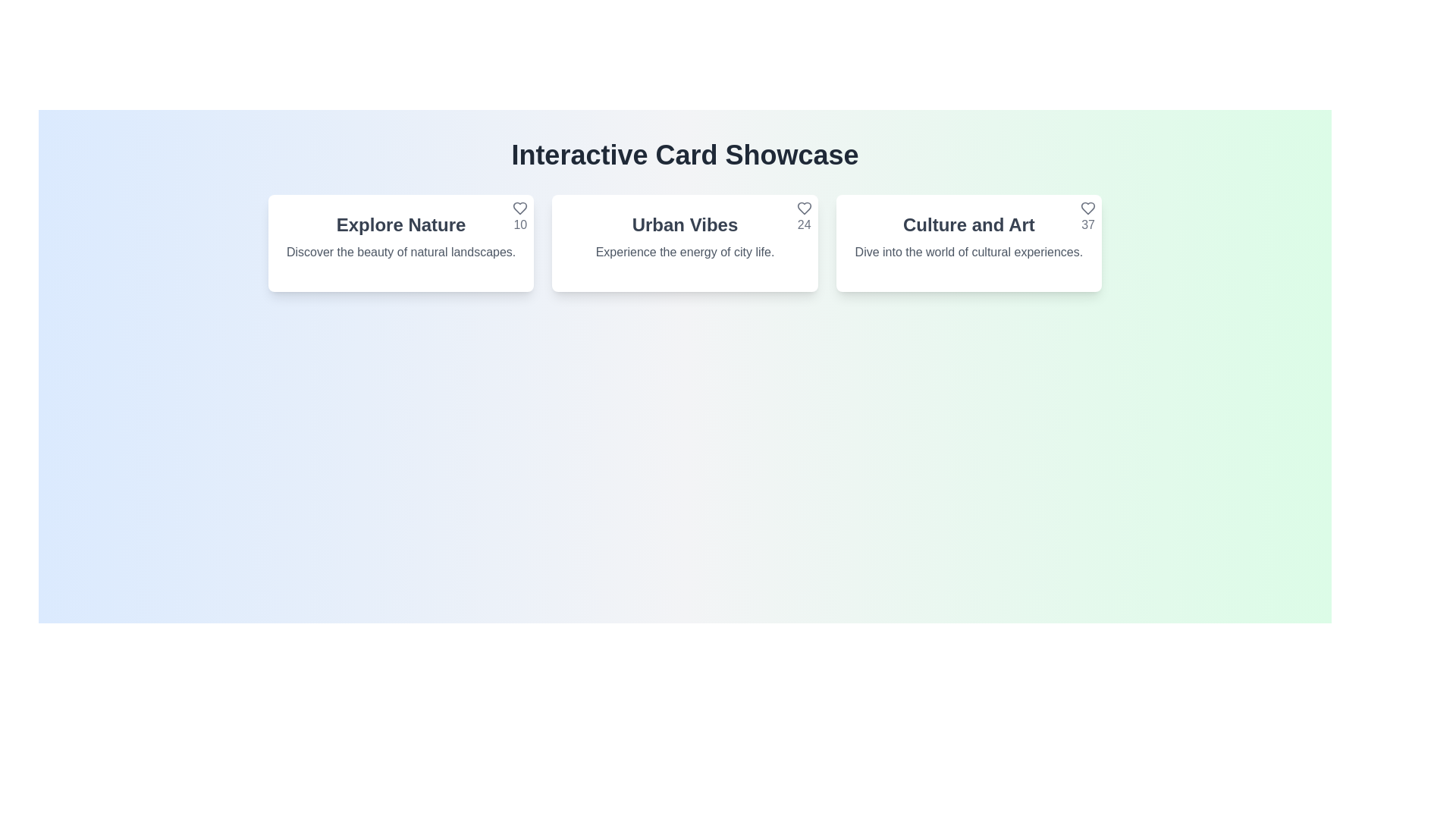 This screenshot has width=1456, height=819. I want to click on the interactive numerical display with an icon representing the 'like' or 'favorites' counter located at the top-right corner of the 'Urban Vibes' card, so click(803, 217).